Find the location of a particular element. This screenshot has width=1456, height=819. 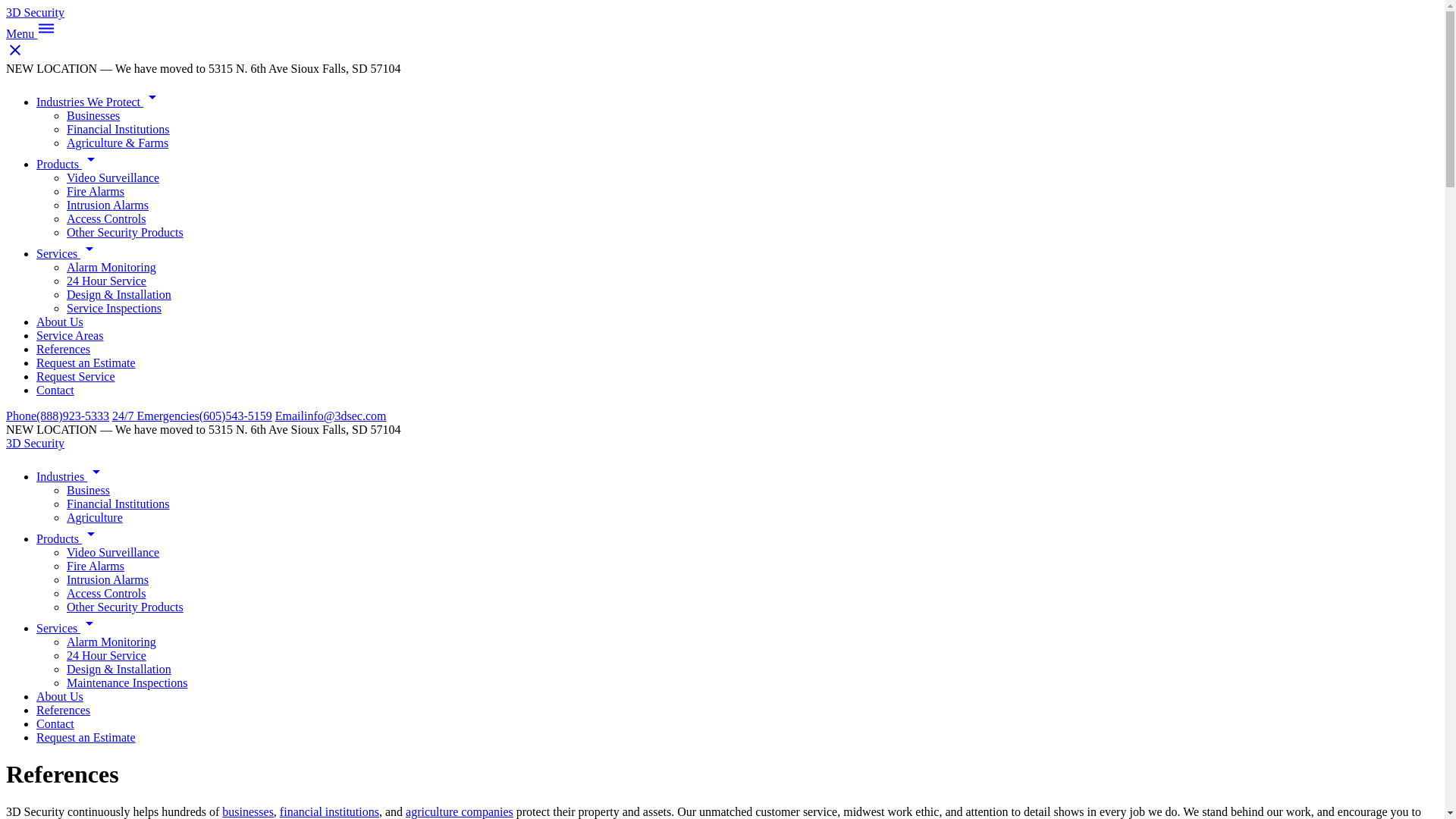

'agriculture companies' is located at coordinates (458, 811).